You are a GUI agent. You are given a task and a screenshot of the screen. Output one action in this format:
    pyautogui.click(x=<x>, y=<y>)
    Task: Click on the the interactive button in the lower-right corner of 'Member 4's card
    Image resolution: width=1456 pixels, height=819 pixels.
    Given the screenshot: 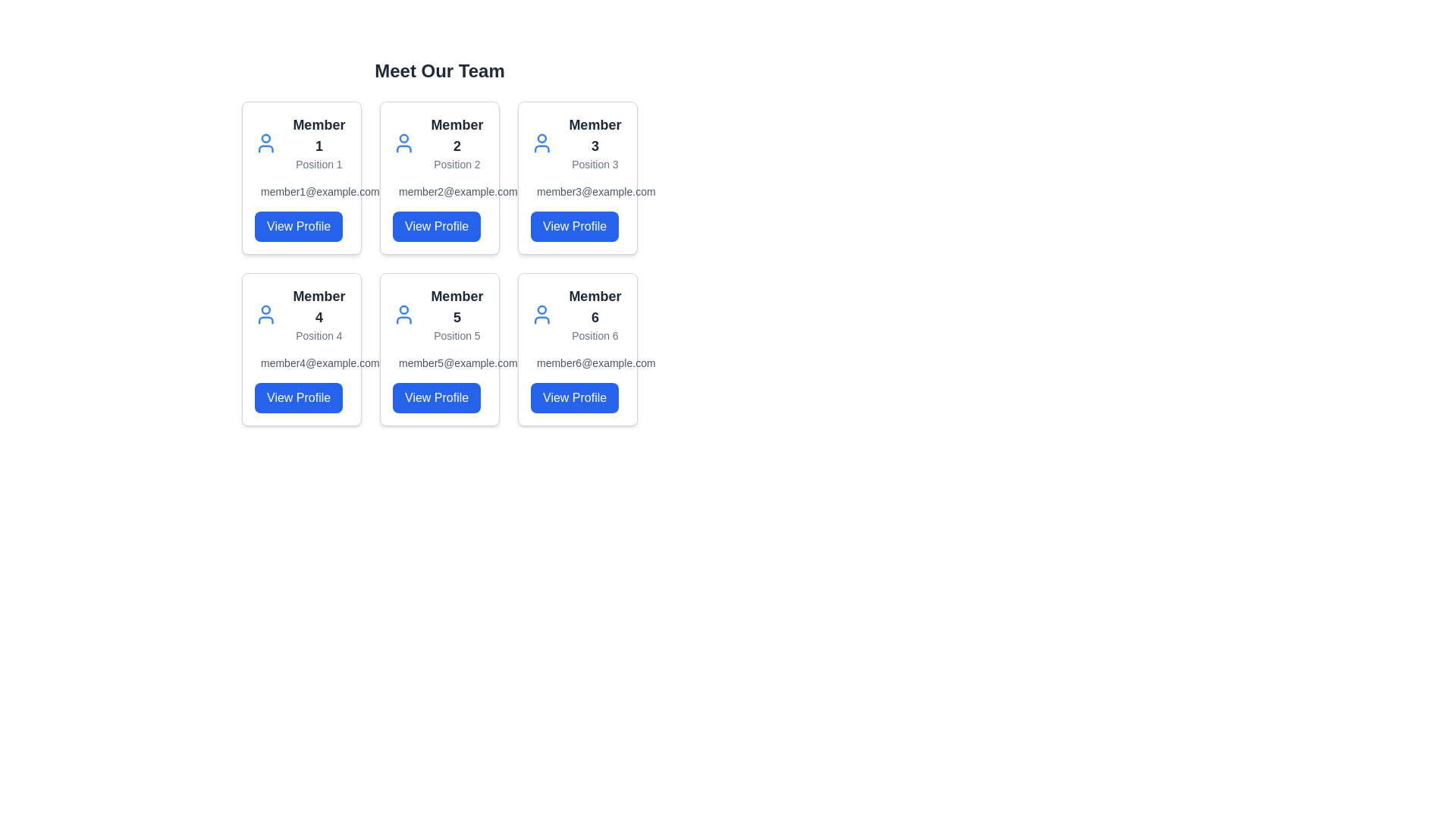 What is the action you would take?
    pyautogui.click(x=299, y=397)
    